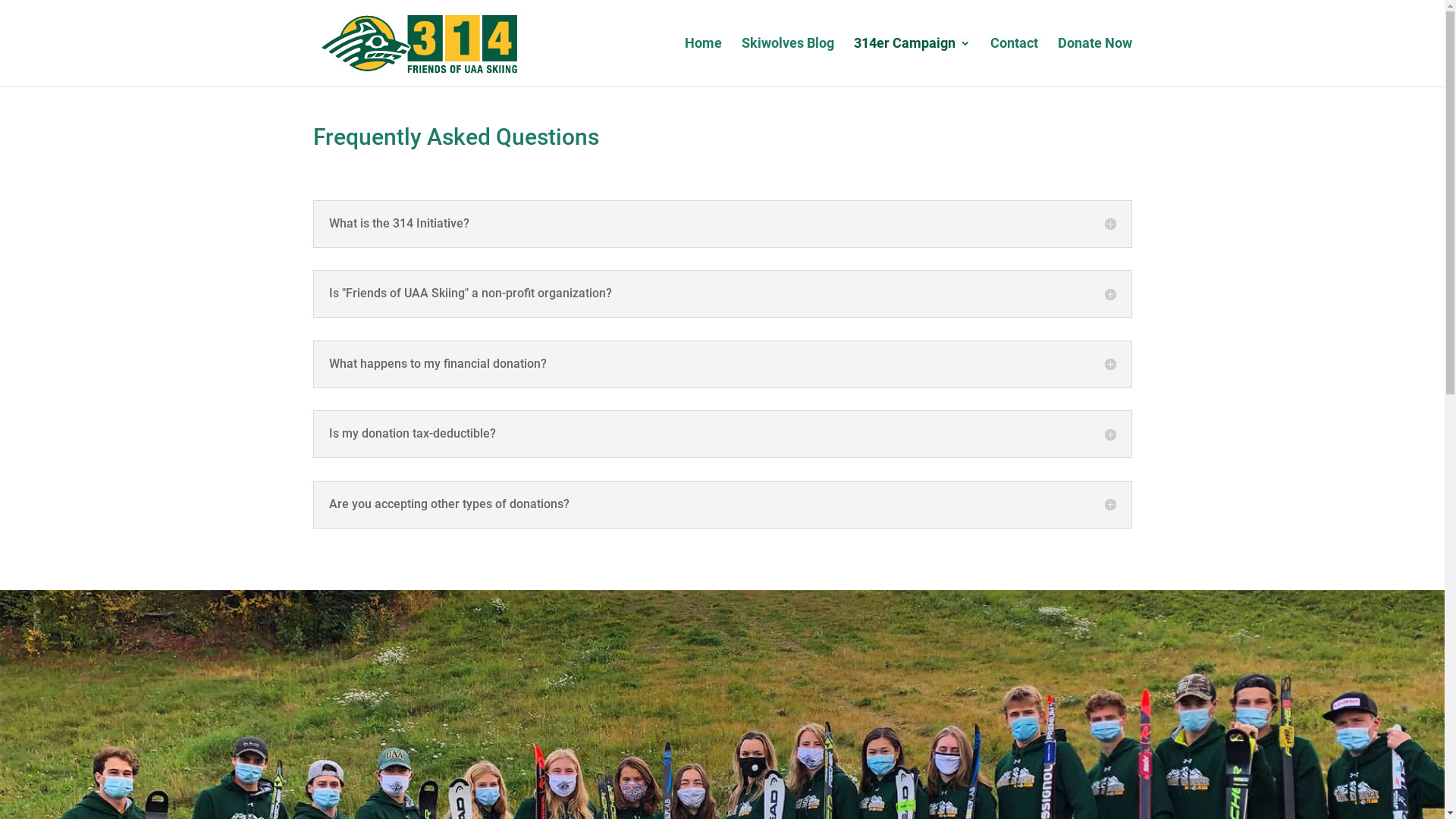 The height and width of the screenshot is (819, 1456). Describe the element at coordinates (787, 61) in the screenshot. I see `'Skiwolves Blog'` at that location.